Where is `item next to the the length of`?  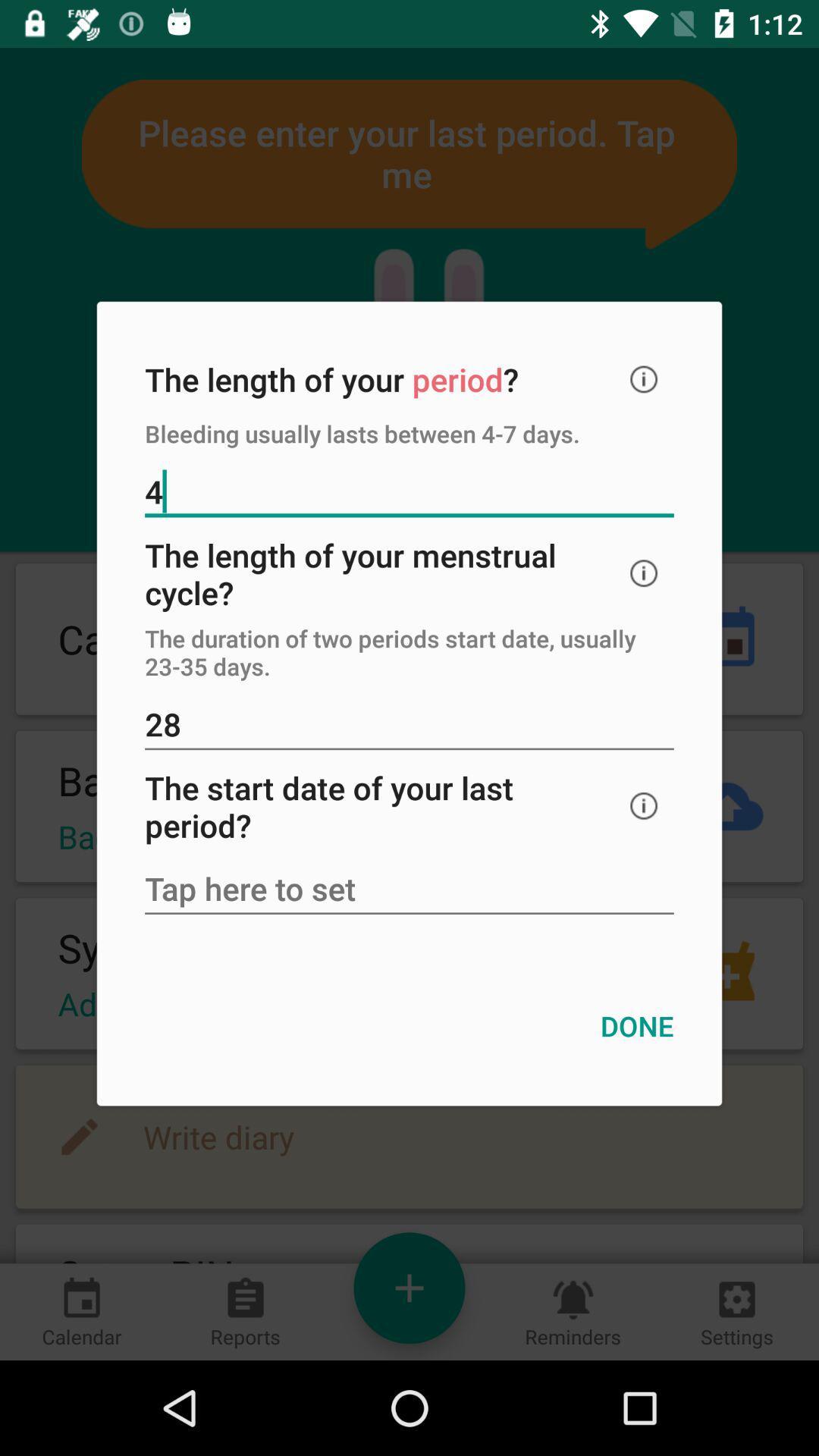
item next to the the length of is located at coordinates (644, 379).